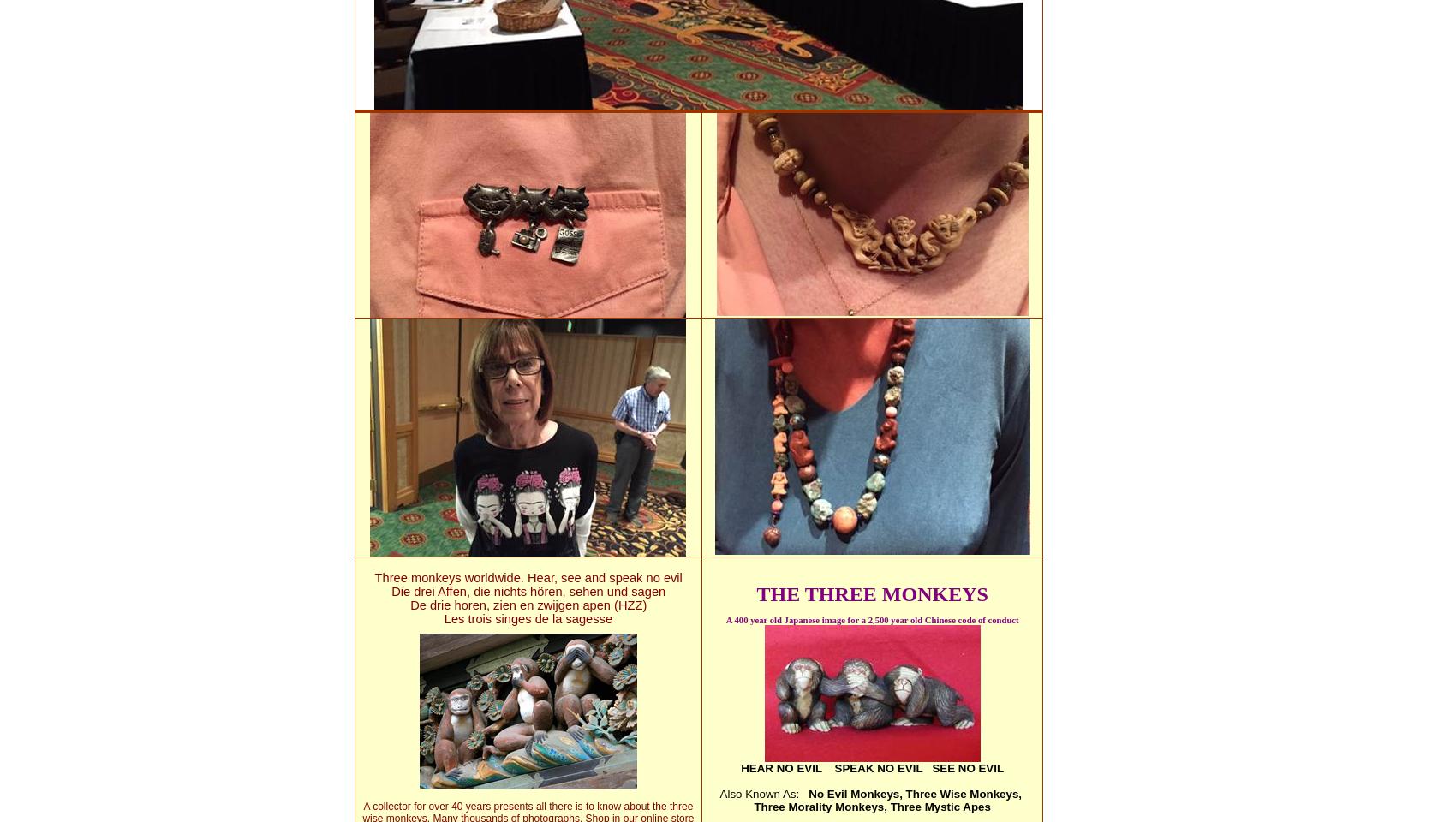 Image resolution: width=1456 pixels, height=822 pixels. Describe the element at coordinates (871, 767) in the screenshot. I see `'Hear no
  evil    speak no evil   see no evil'` at that location.